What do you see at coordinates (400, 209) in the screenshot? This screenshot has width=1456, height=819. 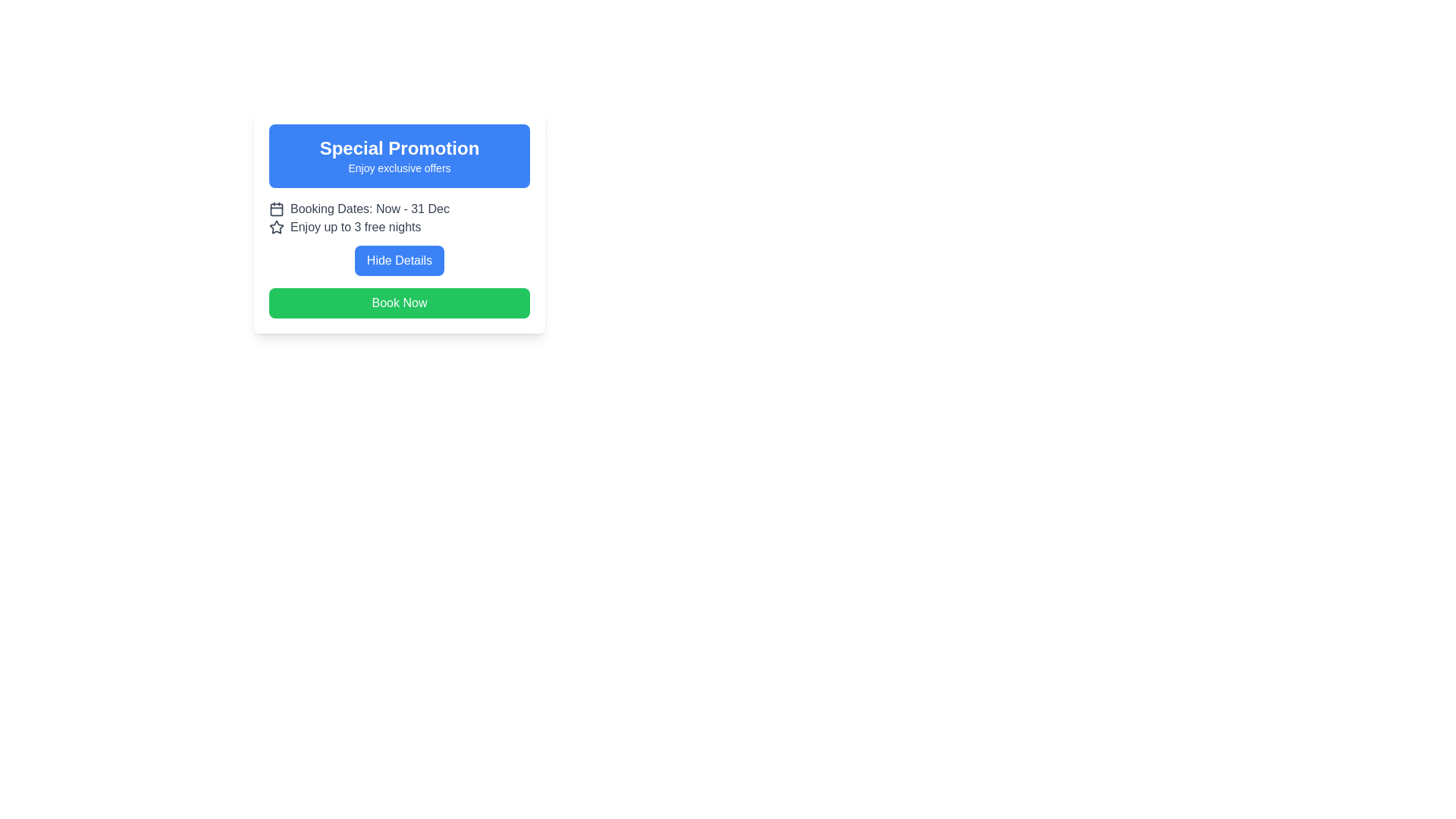 I see `the Text Display with Icon that reads 'Booking Dates: Now - 31 Dec', located below the heading 'Special Promotion'` at bounding box center [400, 209].